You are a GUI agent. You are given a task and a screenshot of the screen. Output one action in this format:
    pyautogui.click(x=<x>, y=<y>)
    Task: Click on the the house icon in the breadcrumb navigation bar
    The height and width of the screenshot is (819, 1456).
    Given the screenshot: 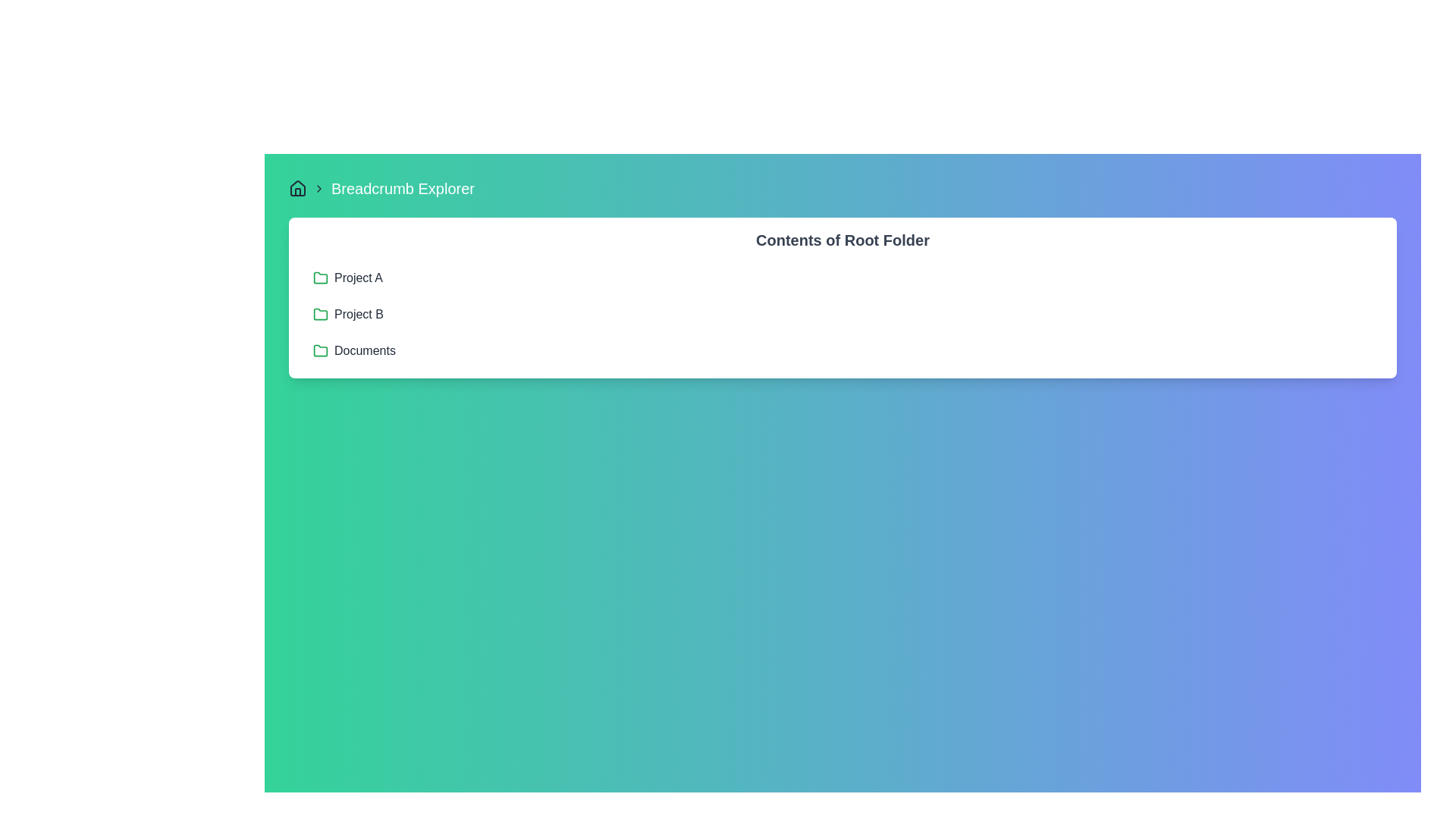 What is the action you would take?
    pyautogui.click(x=298, y=187)
    